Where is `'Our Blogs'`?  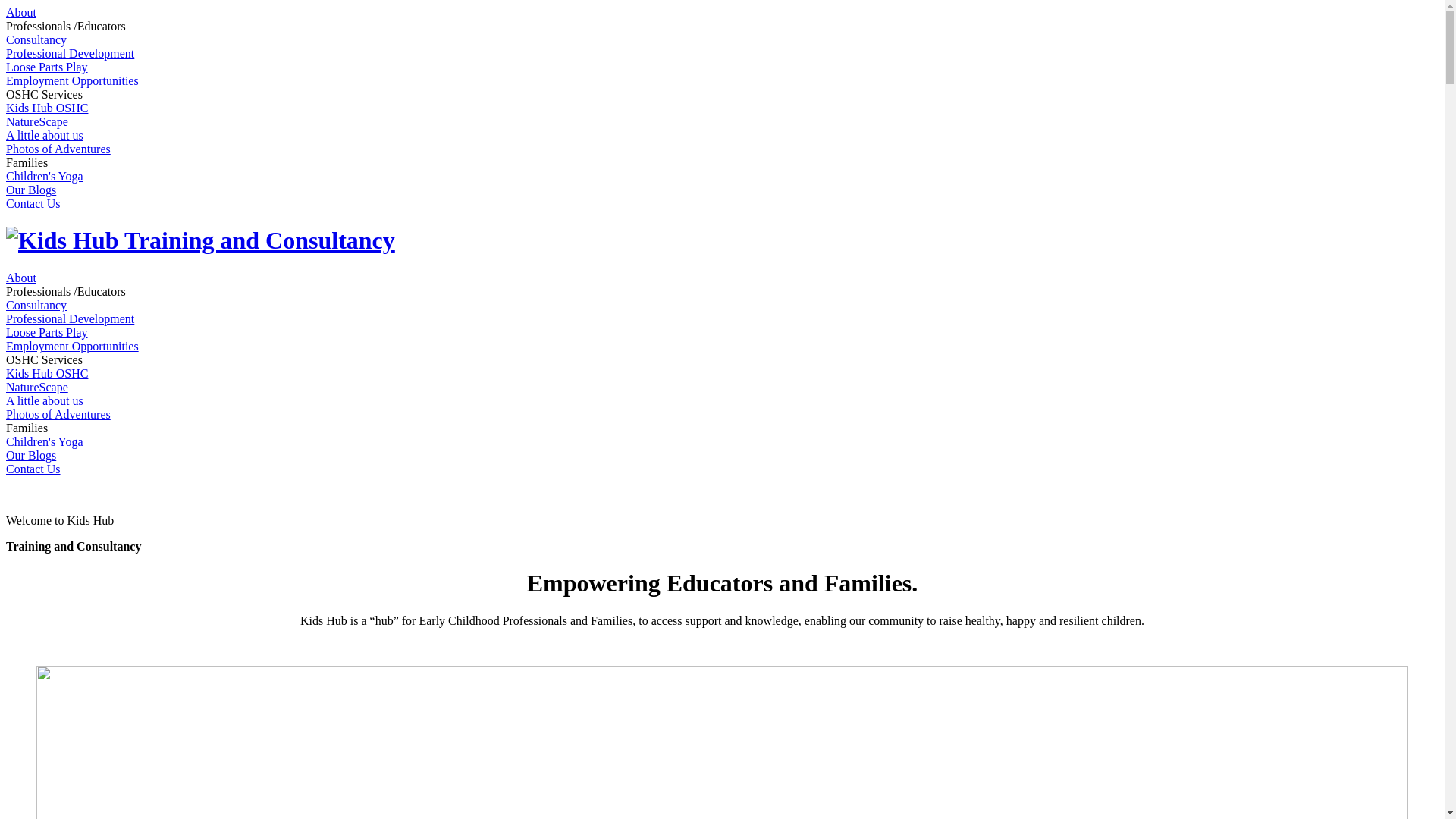
'Our Blogs' is located at coordinates (31, 454).